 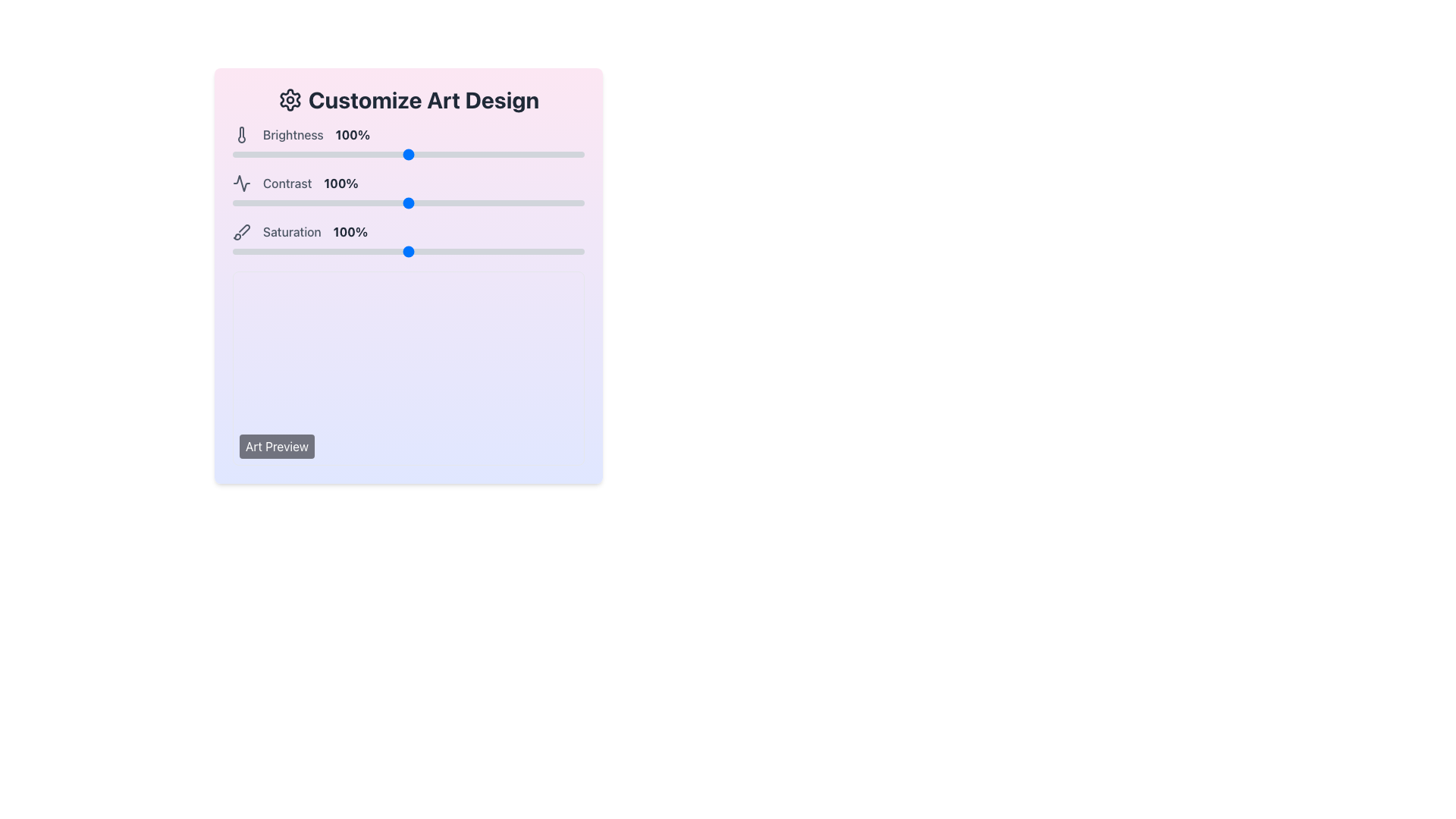 I want to click on contrast, so click(x=512, y=202).